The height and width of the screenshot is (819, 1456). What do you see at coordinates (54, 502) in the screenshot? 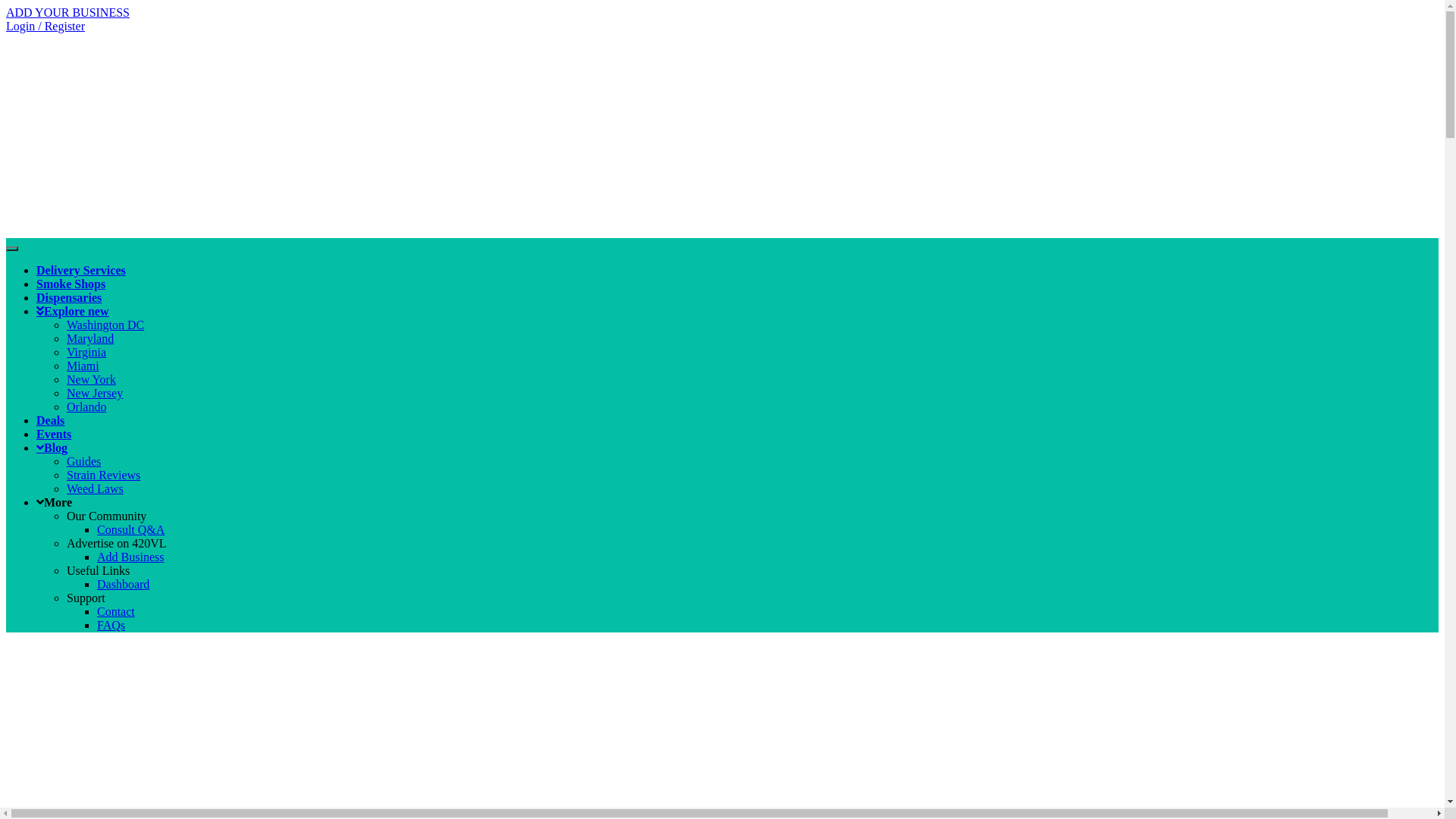
I see `'More'` at bounding box center [54, 502].